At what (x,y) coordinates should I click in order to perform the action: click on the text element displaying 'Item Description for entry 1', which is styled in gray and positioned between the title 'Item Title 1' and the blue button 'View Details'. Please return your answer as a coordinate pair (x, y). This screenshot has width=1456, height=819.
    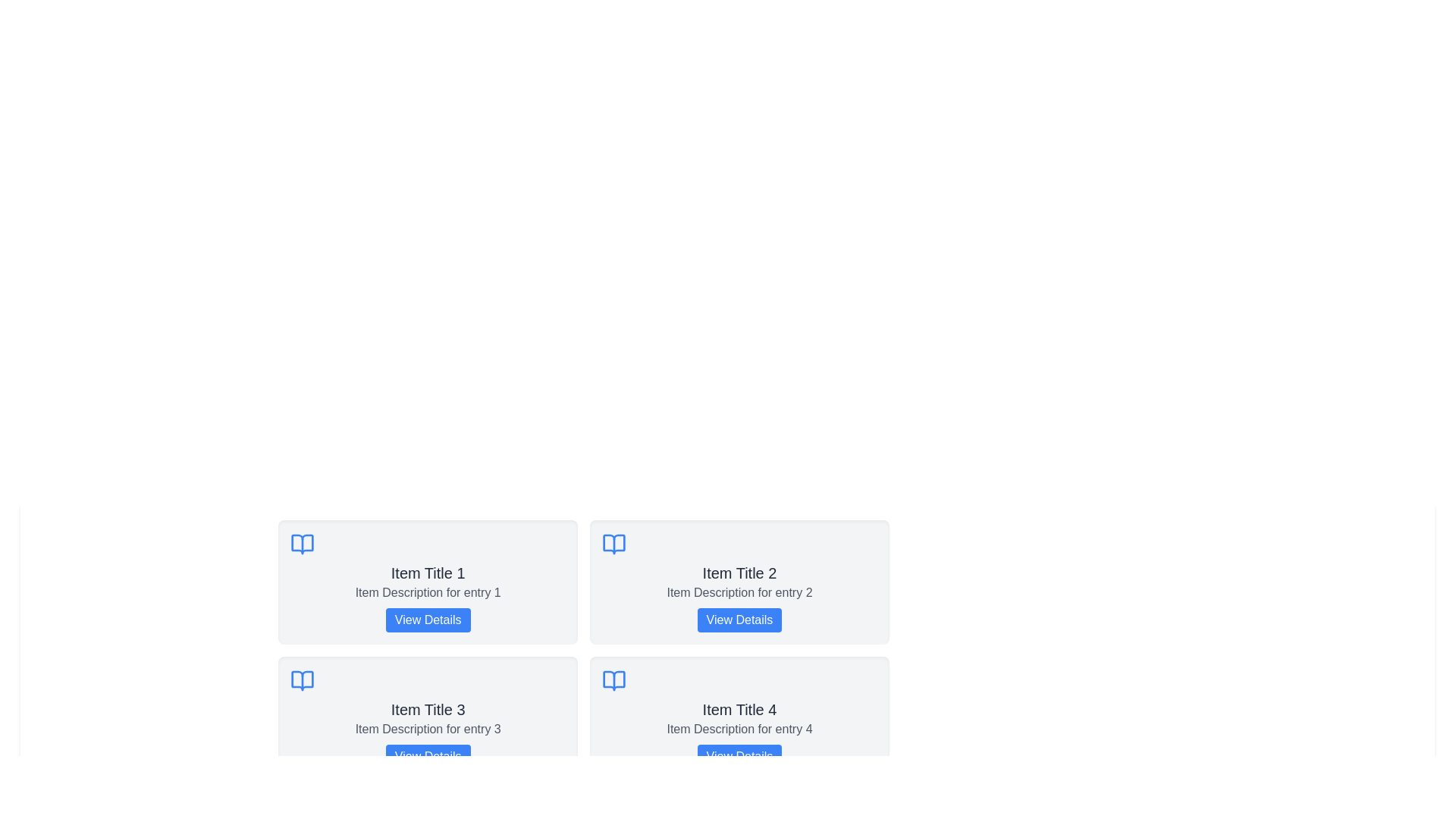
    Looking at the image, I should click on (427, 592).